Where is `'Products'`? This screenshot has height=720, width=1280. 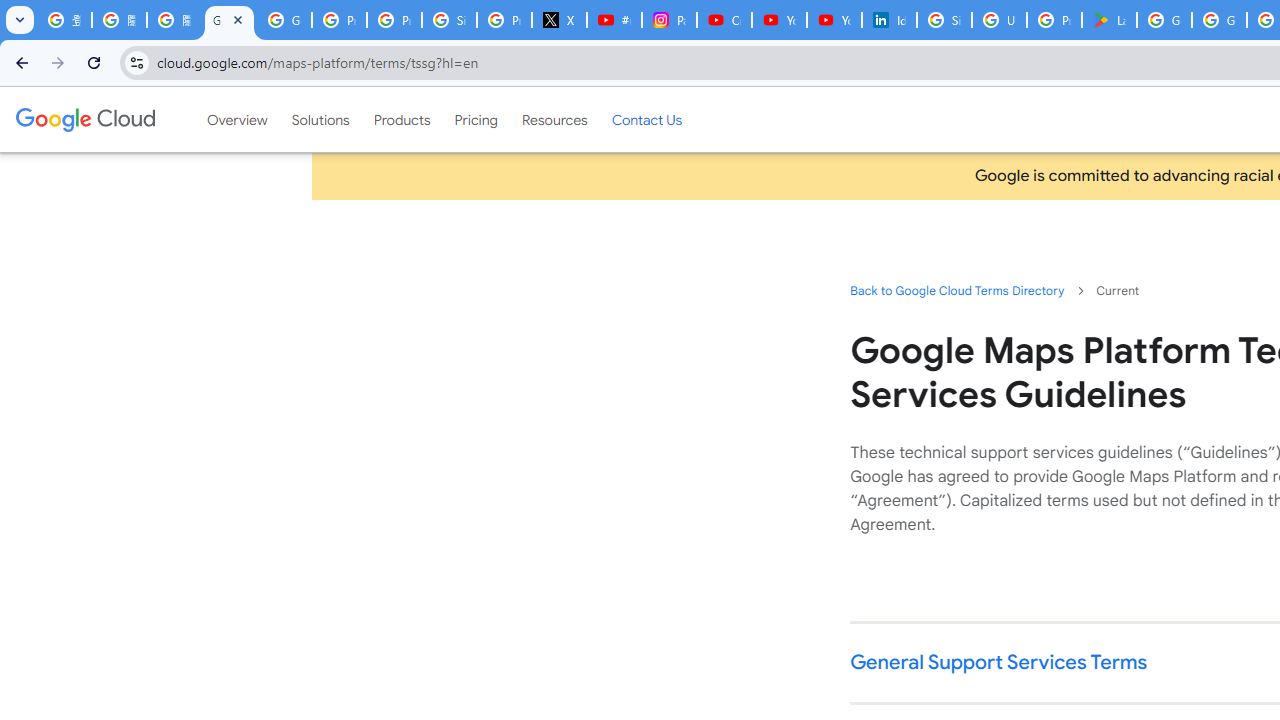
'Products' is located at coordinates (400, 119).